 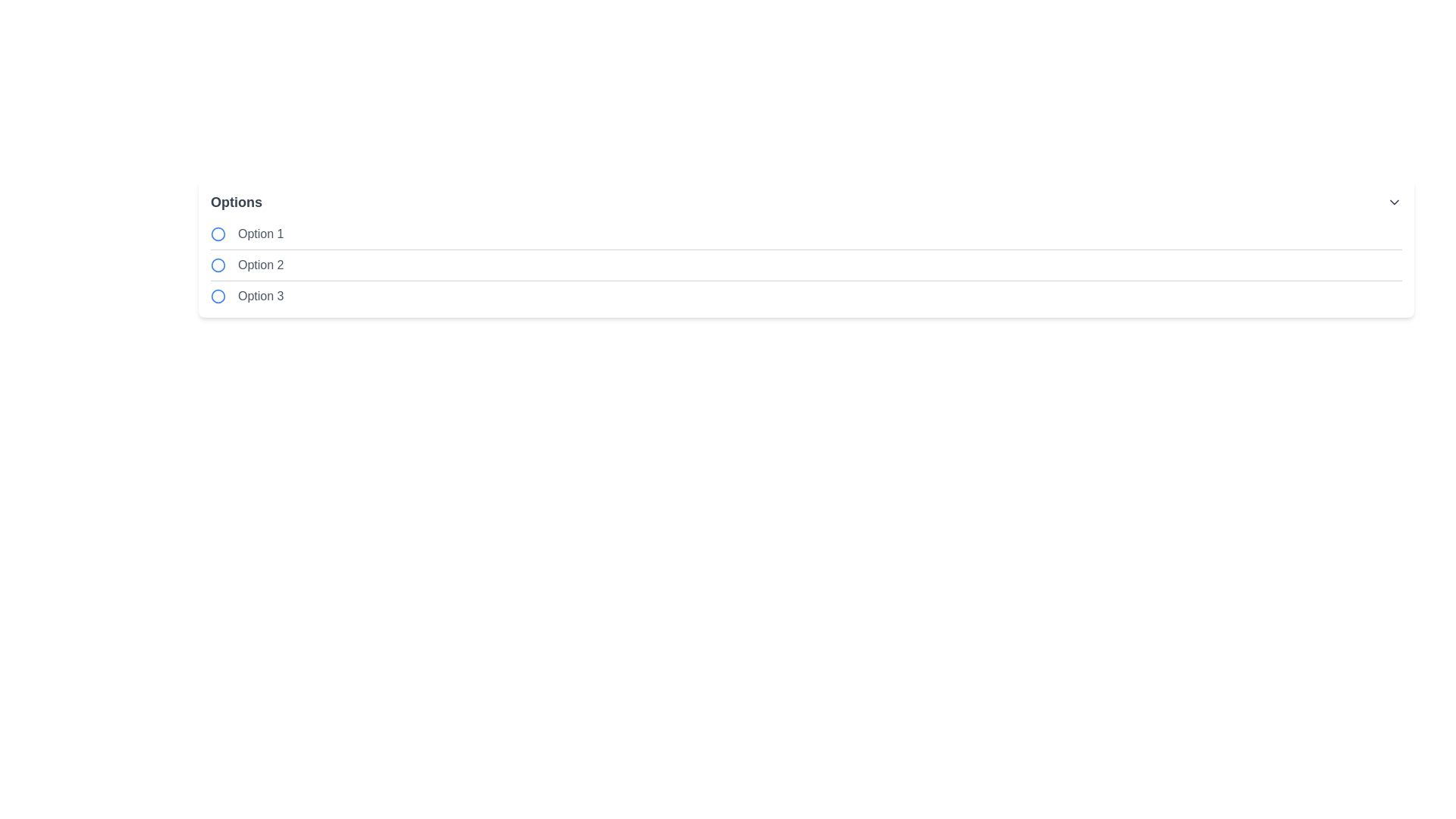 I want to click on the text label displaying 'Option 1', so click(x=261, y=234).